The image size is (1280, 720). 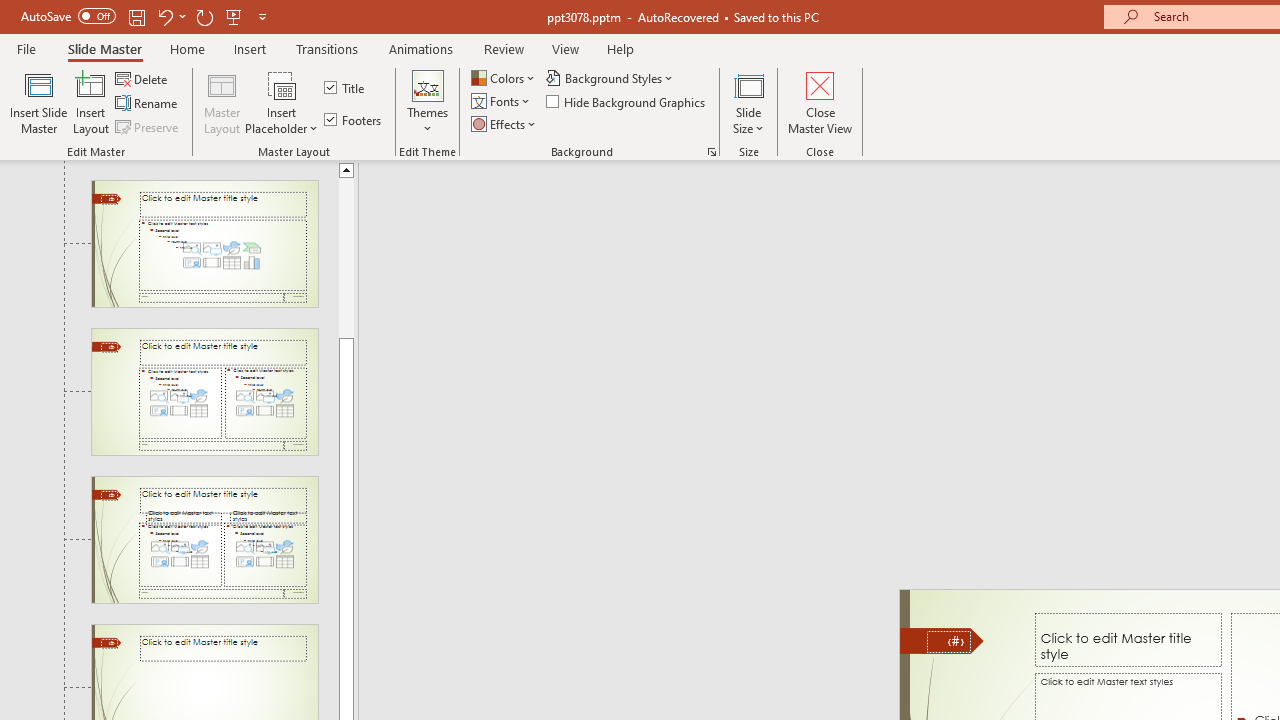 I want to click on 'Slide Two Content Layout: used by no slides', so click(x=204, y=392).